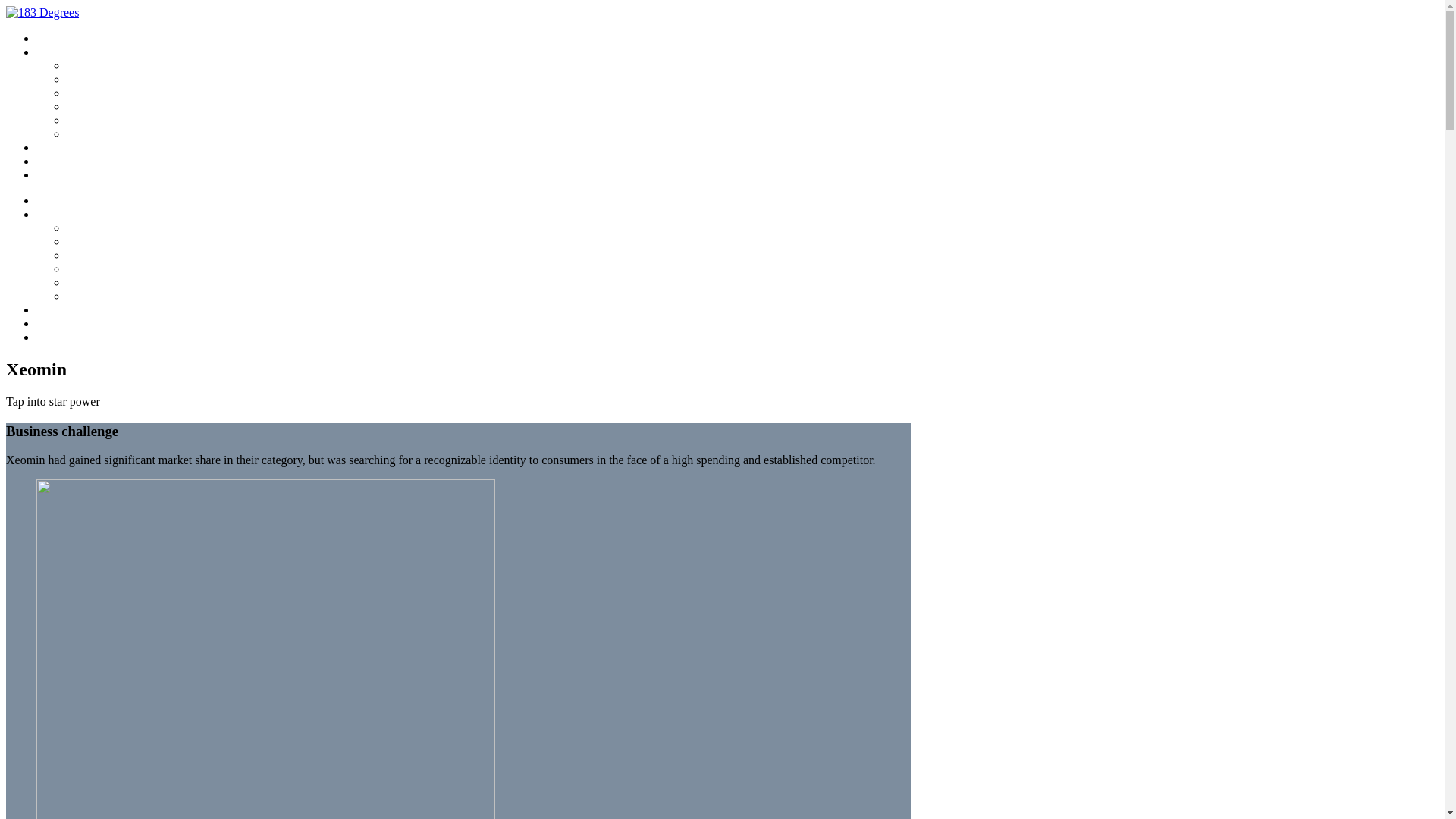  Describe the element at coordinates (86, 283) in the screenshot. I see `'Radiesse'` at that location.